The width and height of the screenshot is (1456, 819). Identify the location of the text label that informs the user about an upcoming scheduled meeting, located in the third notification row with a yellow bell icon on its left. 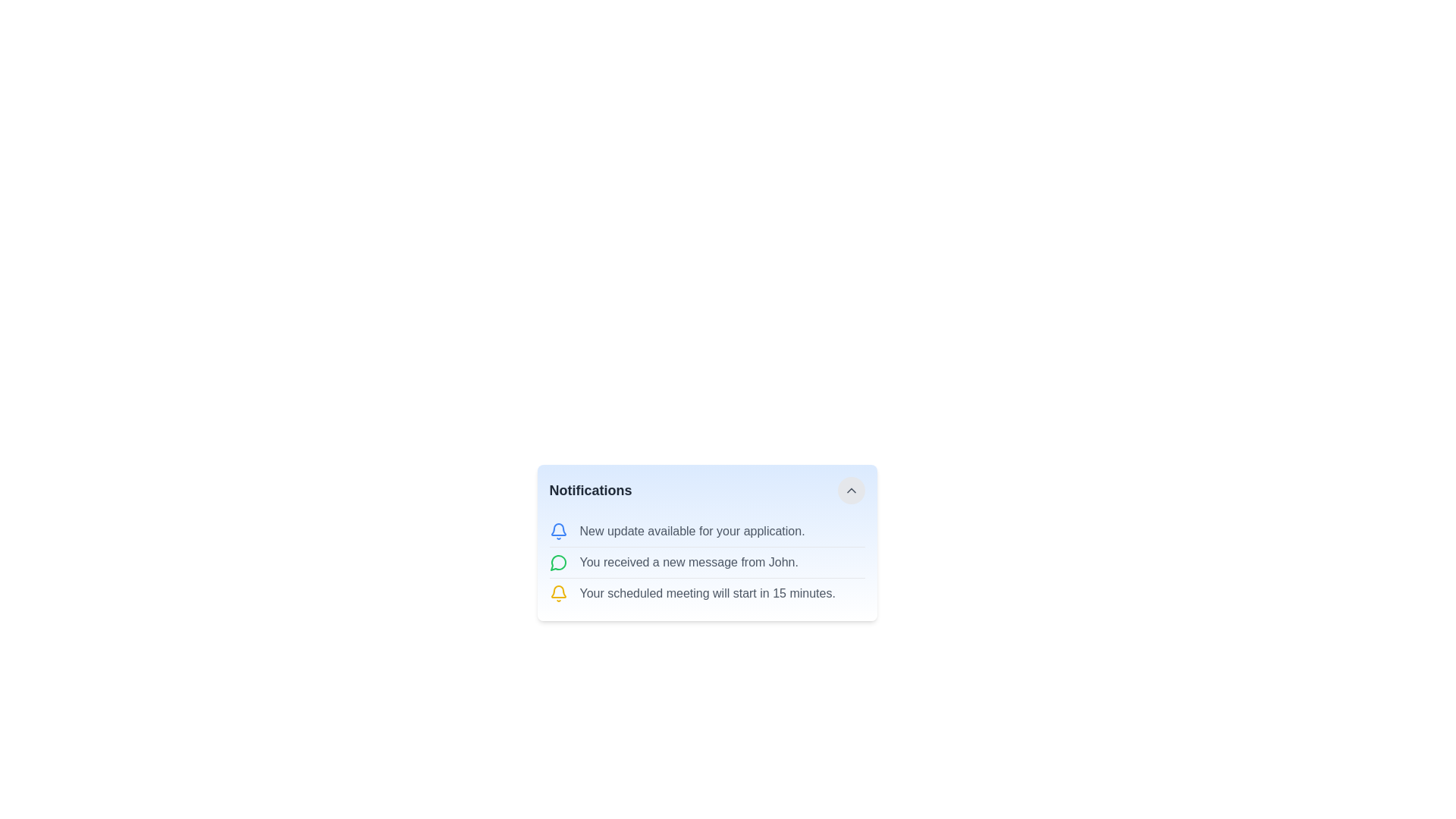
(707, 593).